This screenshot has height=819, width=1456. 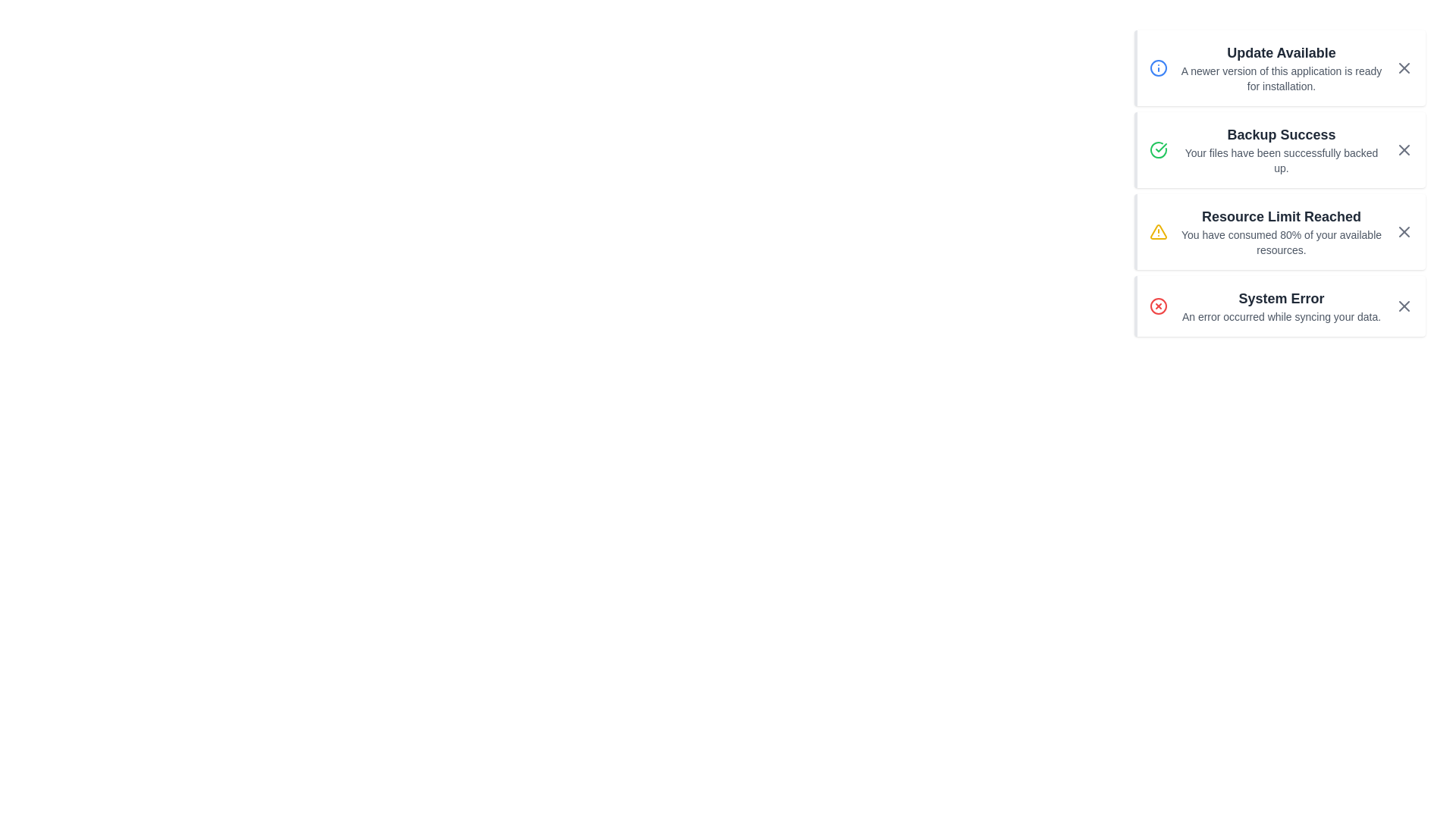 I want to click on the 'Update Available' text label displayed in bold dark gray font within the notification area at the top right of the interface, so click(x=1280, y=52).